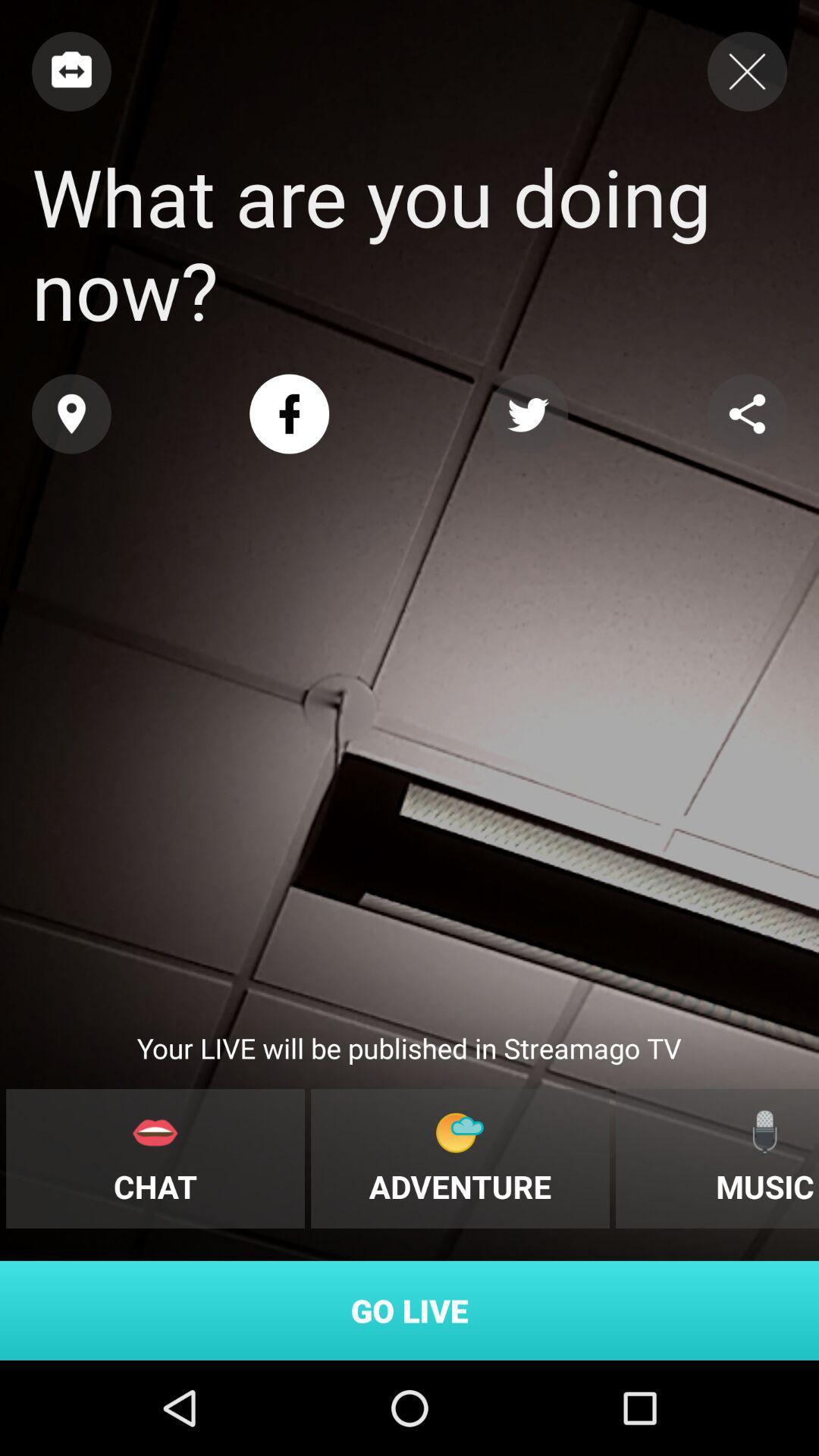  What do you see at coordinates (527, 414) in the screenshot?
I see `the twitter icon` at bounding box center [527, 414].